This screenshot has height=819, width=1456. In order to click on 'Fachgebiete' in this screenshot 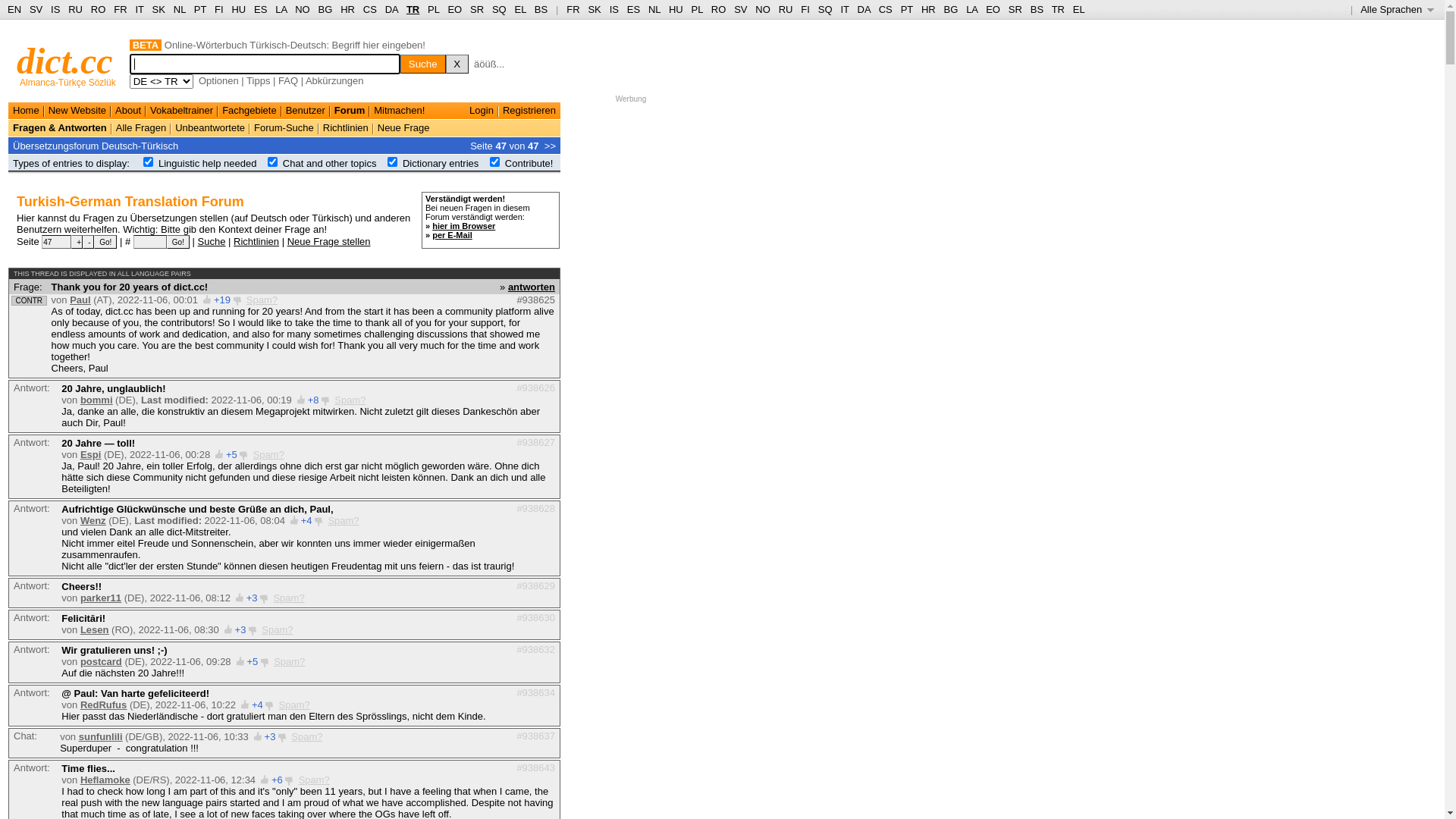, I will do `click(249, 109)`.